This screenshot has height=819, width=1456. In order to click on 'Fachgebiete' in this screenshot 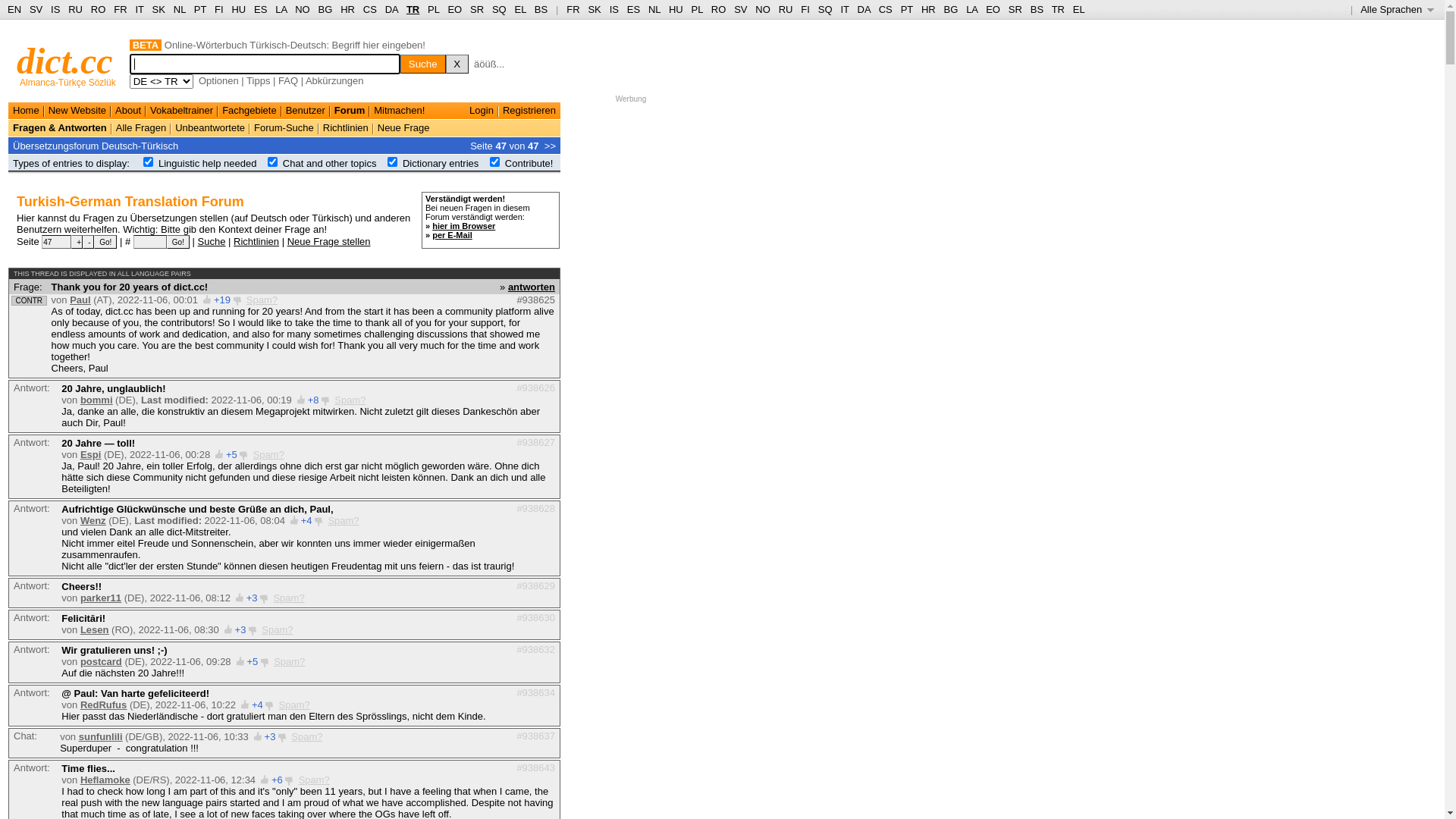, I will do `click(249, 109)`.